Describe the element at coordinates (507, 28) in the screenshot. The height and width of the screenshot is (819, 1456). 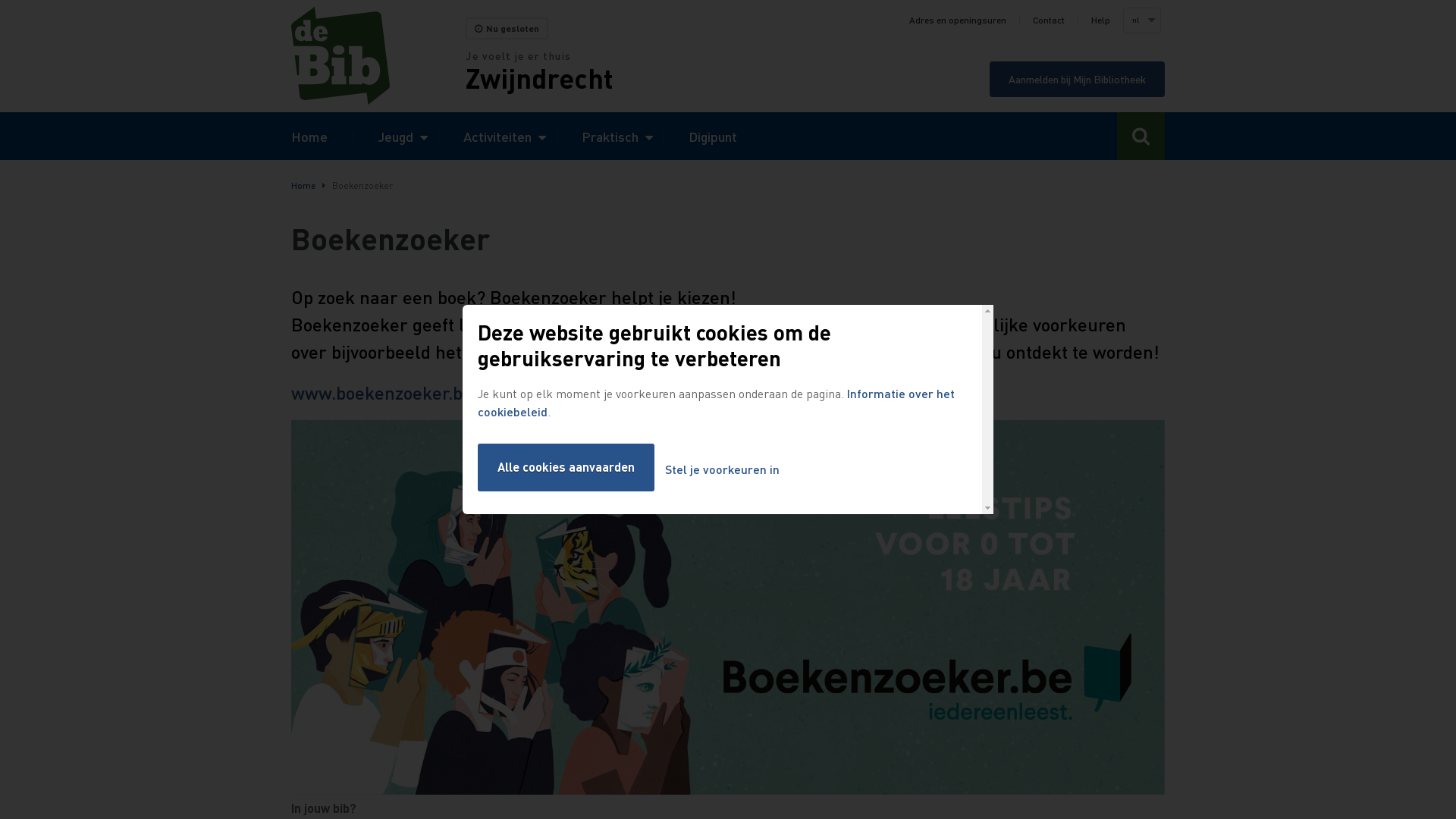
I see `'Nu gesloten'` at that location.